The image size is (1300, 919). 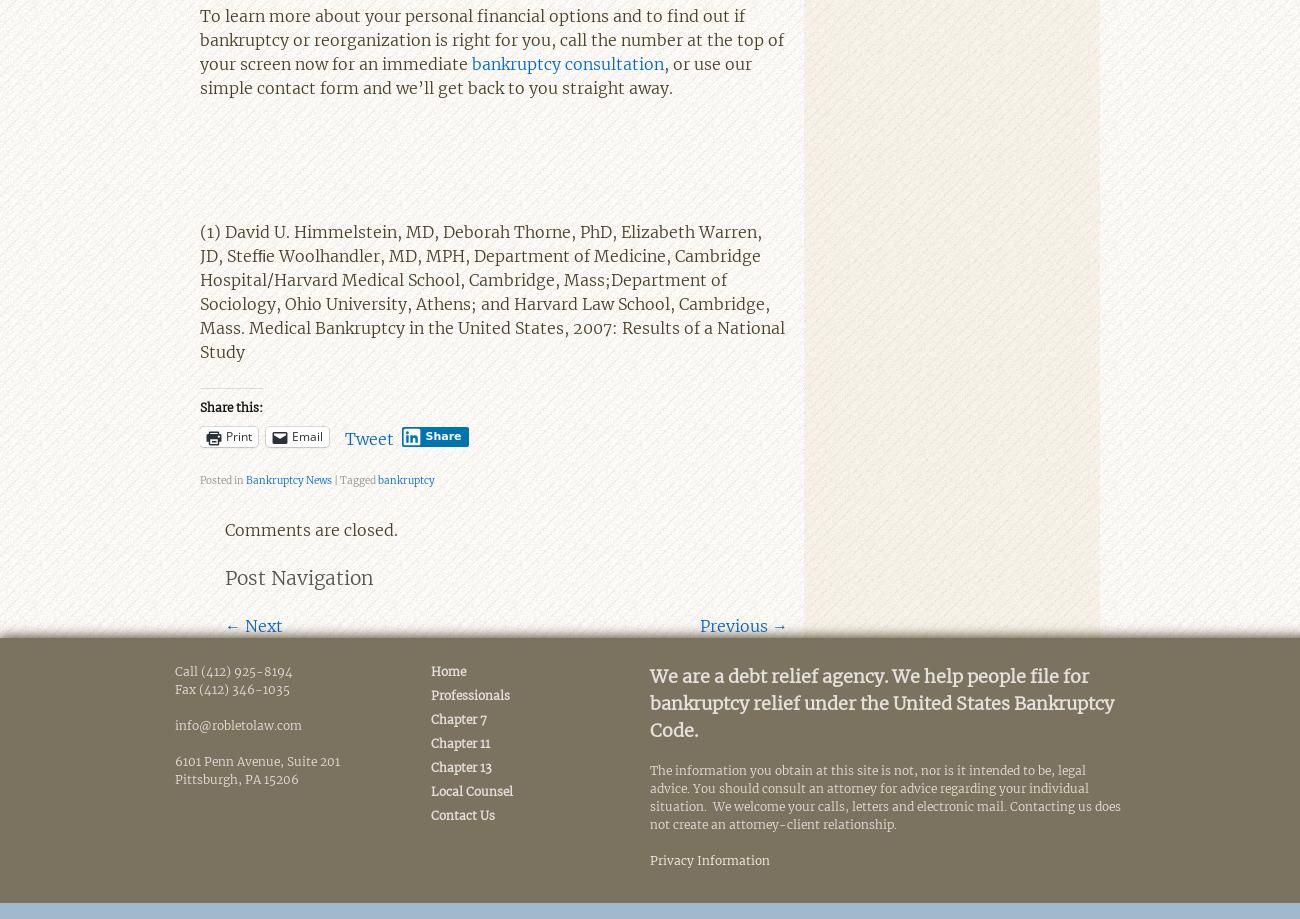 What do you see at coordinates (335, 478) in the screenshot?
I see `'|'` at bounding box center [335, 478].